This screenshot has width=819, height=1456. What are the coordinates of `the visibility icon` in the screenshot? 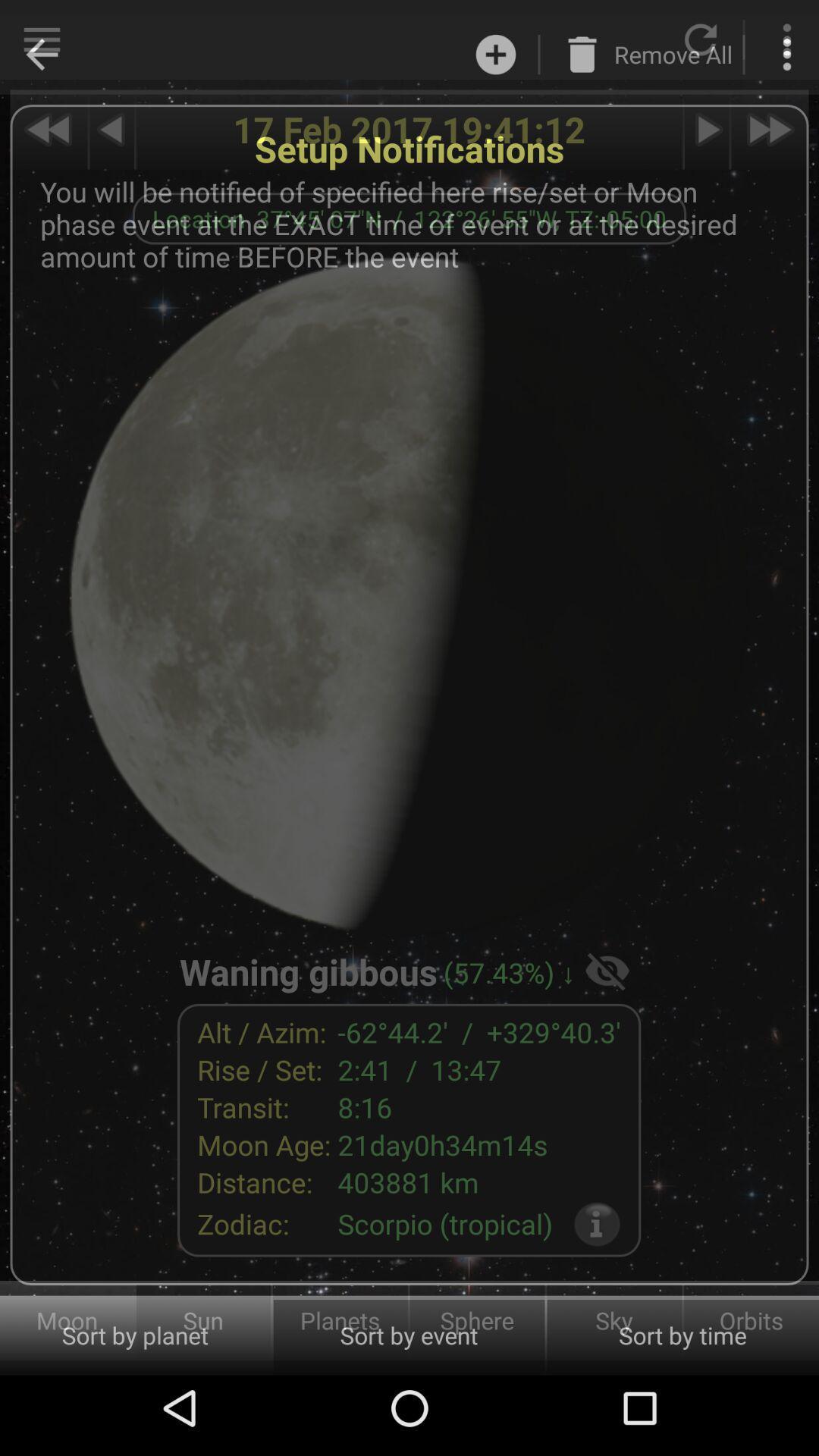 It's located at (607, 969).